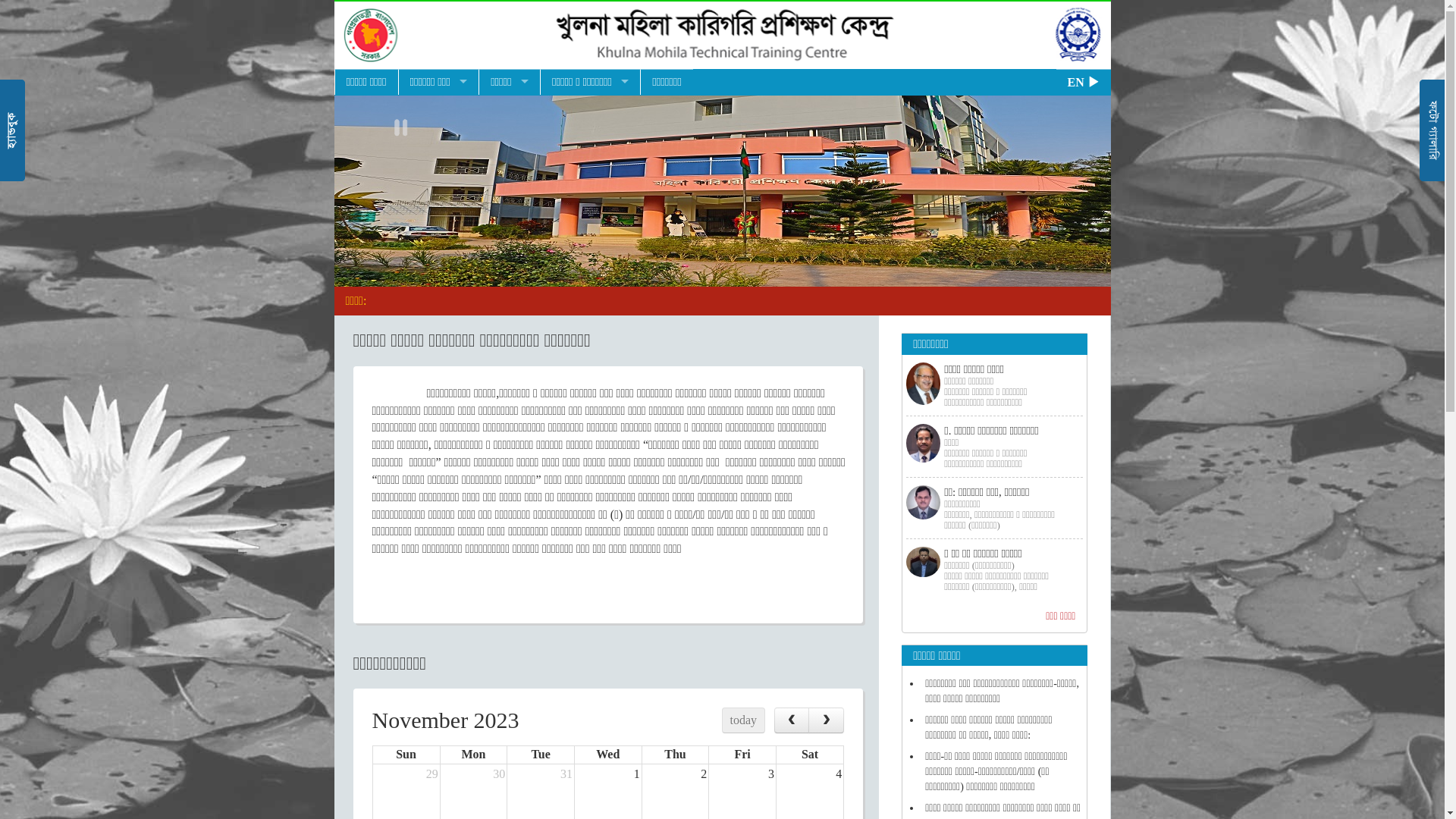 This screenshot has width=1456, height=819. I want to click on 'today', so click(743, 719).